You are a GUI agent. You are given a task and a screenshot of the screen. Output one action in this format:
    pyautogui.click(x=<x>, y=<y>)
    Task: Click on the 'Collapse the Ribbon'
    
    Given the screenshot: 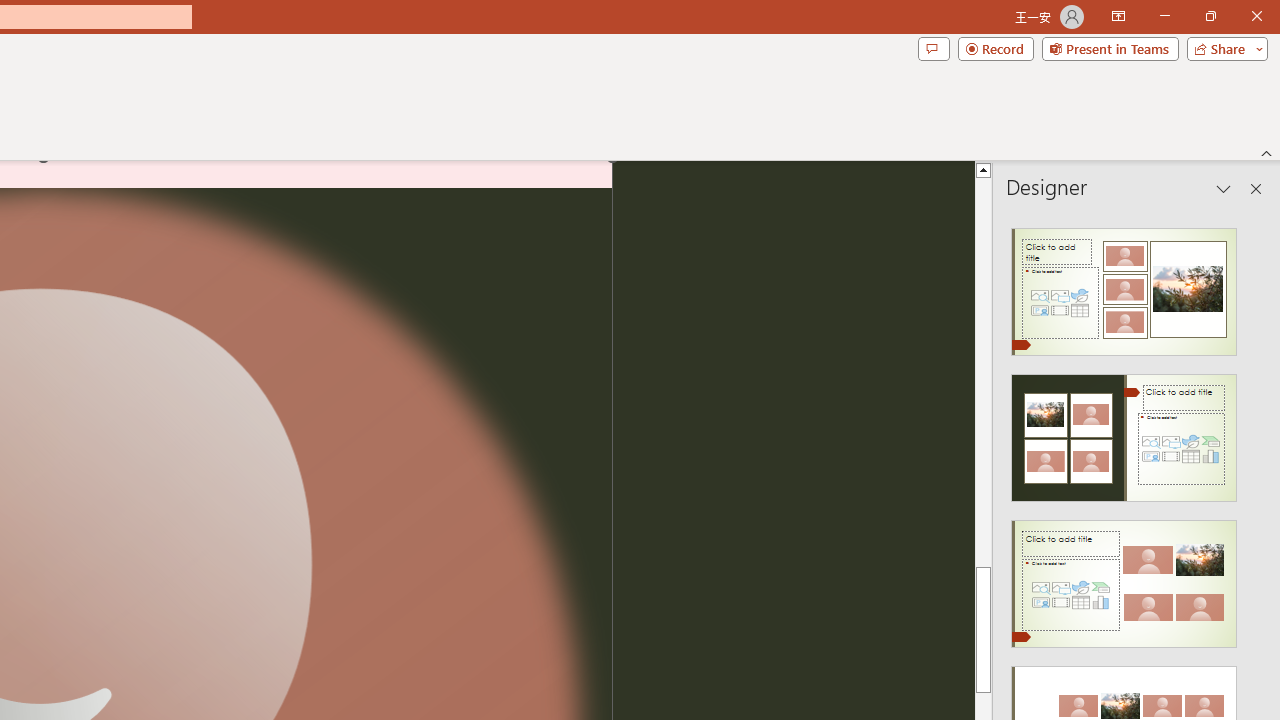 What is the action you would take?
    pyautogui.click(x=1266, y=152)
    